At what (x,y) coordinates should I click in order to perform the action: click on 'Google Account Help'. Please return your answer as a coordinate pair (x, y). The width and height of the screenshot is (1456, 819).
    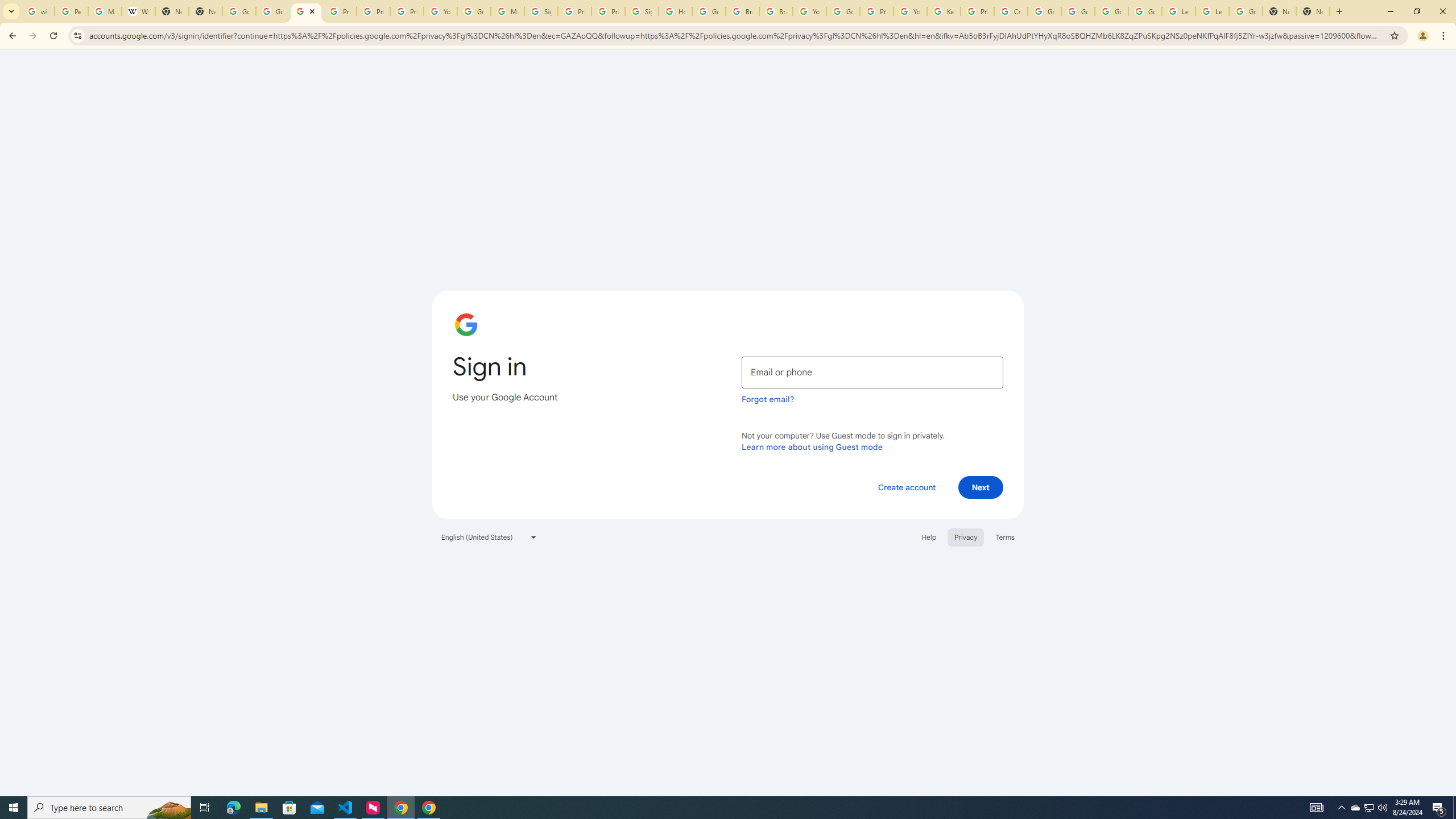
    Looking at the image, I should click on (1077, 11).